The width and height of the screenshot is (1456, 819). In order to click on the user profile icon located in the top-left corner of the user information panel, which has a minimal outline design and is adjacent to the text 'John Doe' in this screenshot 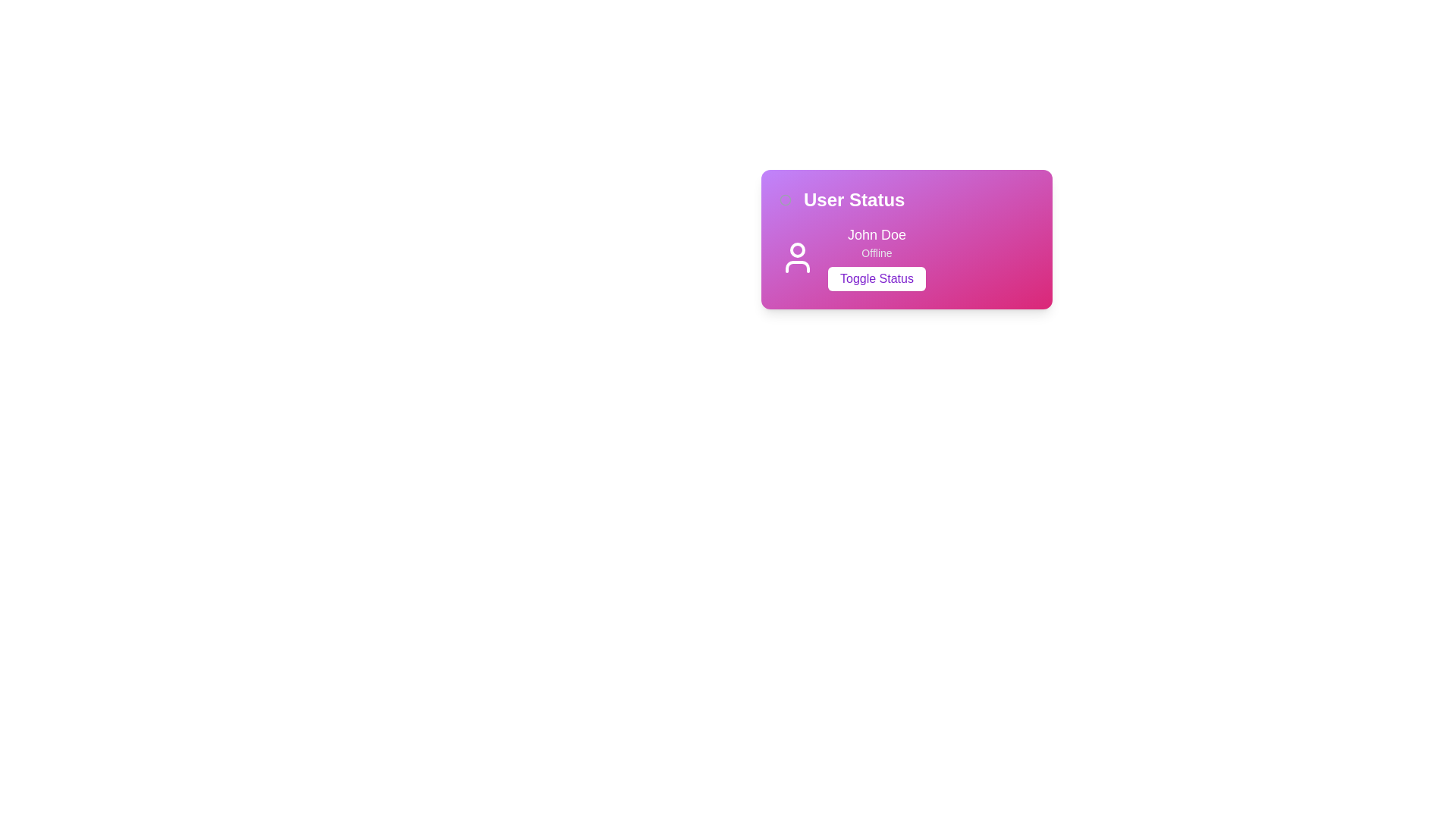, I will do `click(796, 256)`.